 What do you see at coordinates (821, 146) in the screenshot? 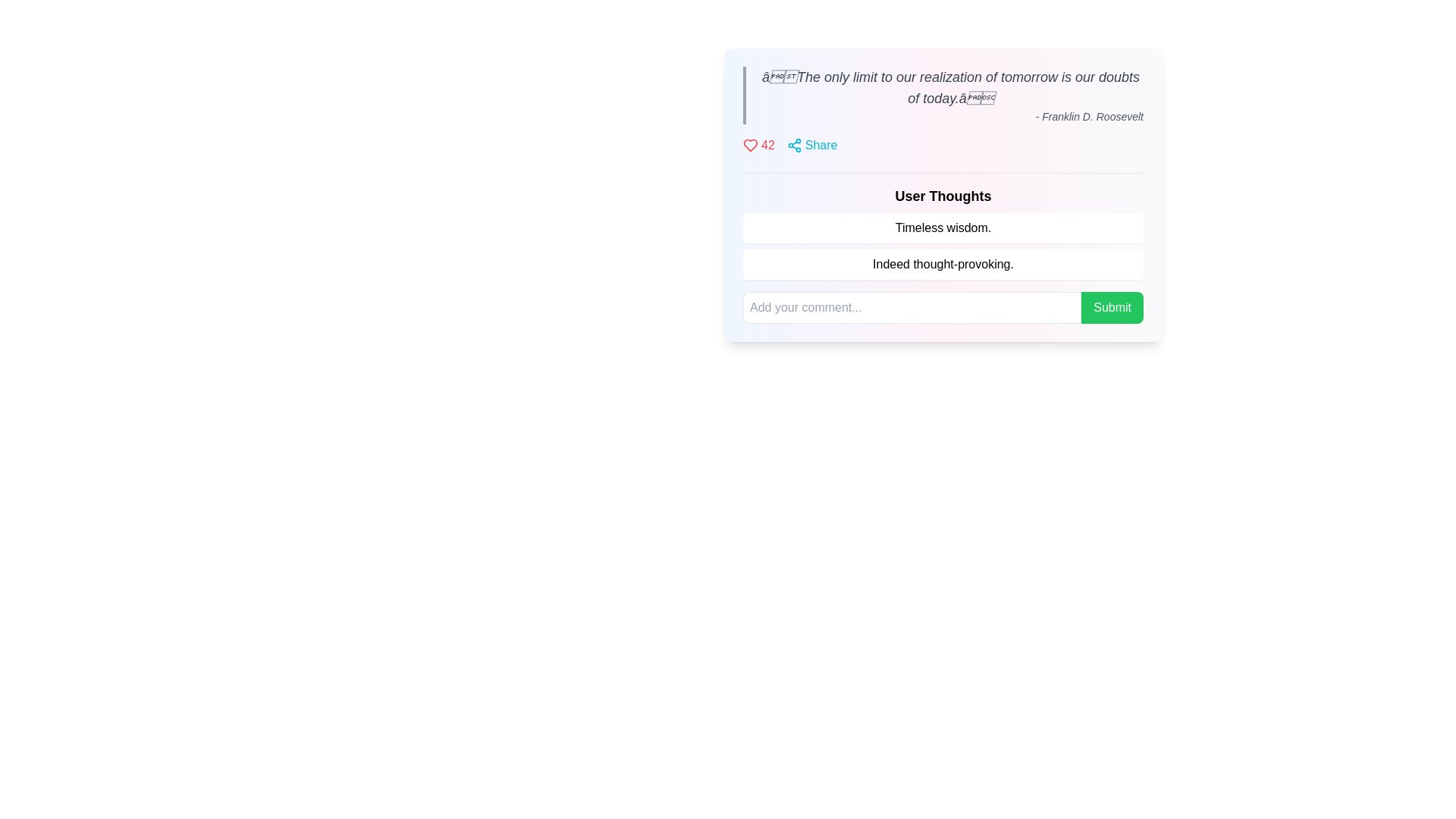
I see `the 'Share' text label, which is styled with a cyan font color and is positioned inline with a share icon` at bounding box center [821, 146].